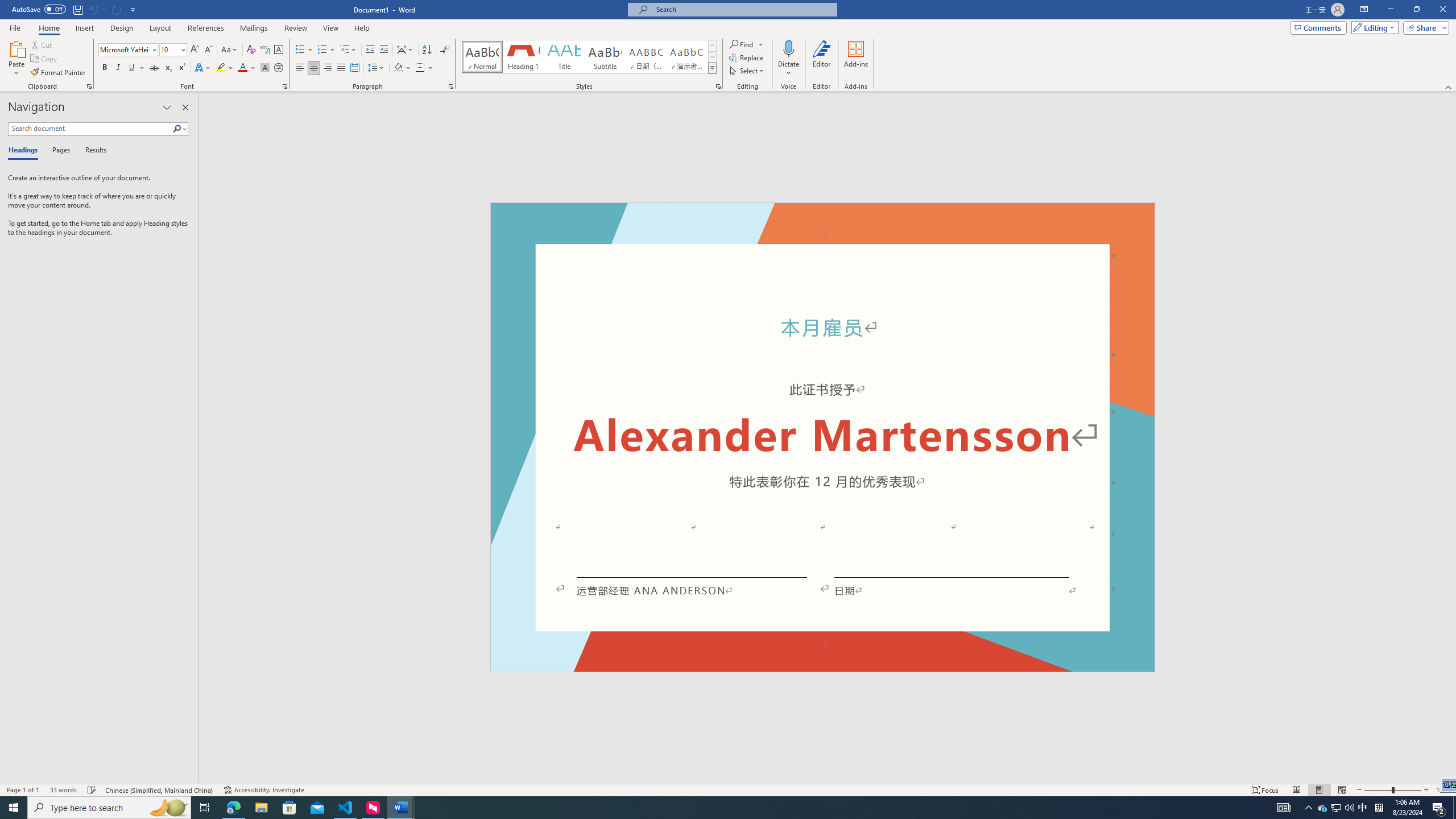  What do you see at coordinates (206, 28) in the screenshot?
I see `'References'` at bounding box center [206, 28].